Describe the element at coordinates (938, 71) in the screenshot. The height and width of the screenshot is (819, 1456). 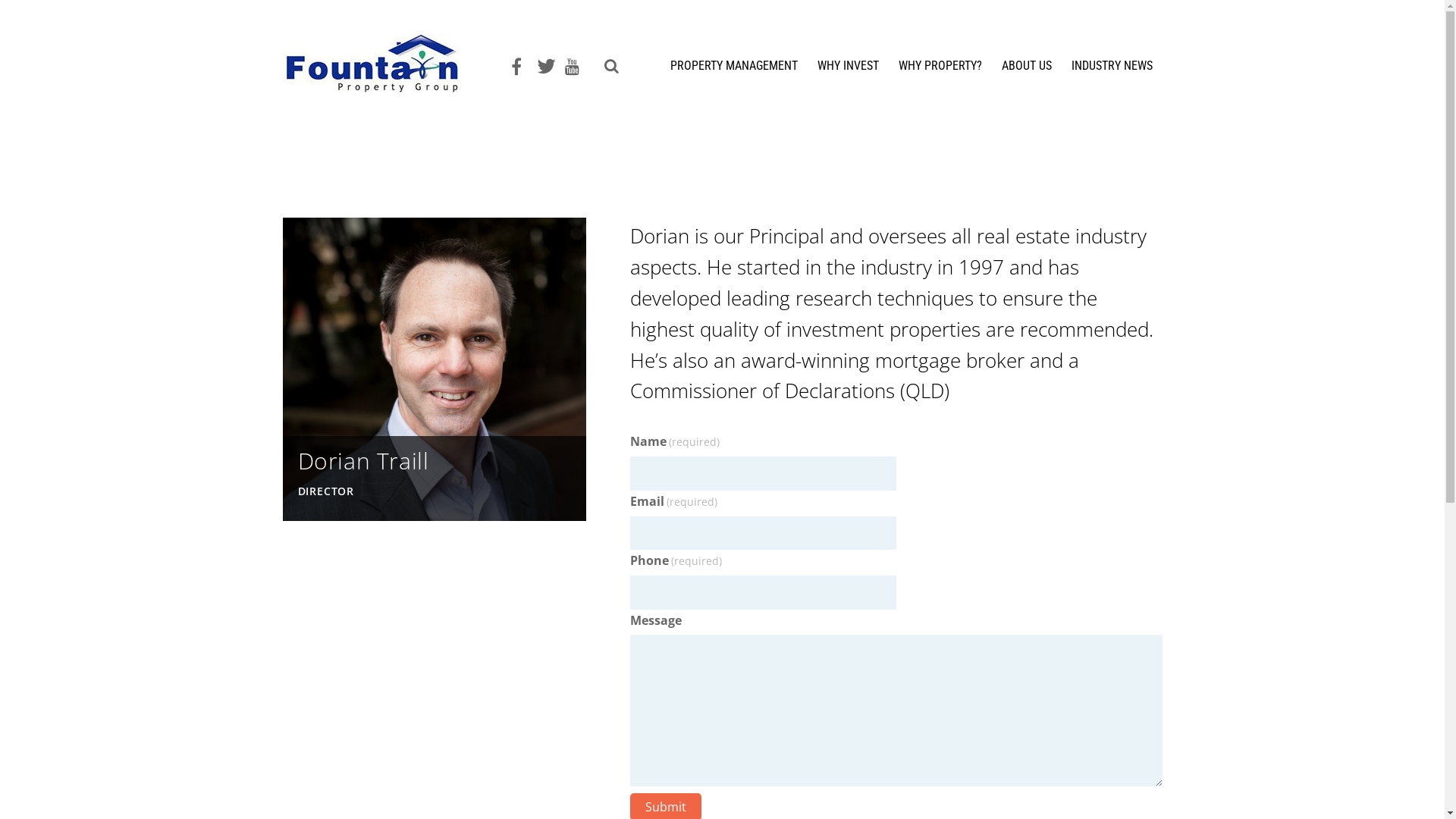
I see `'WHY PROPERTY?'` at that location.